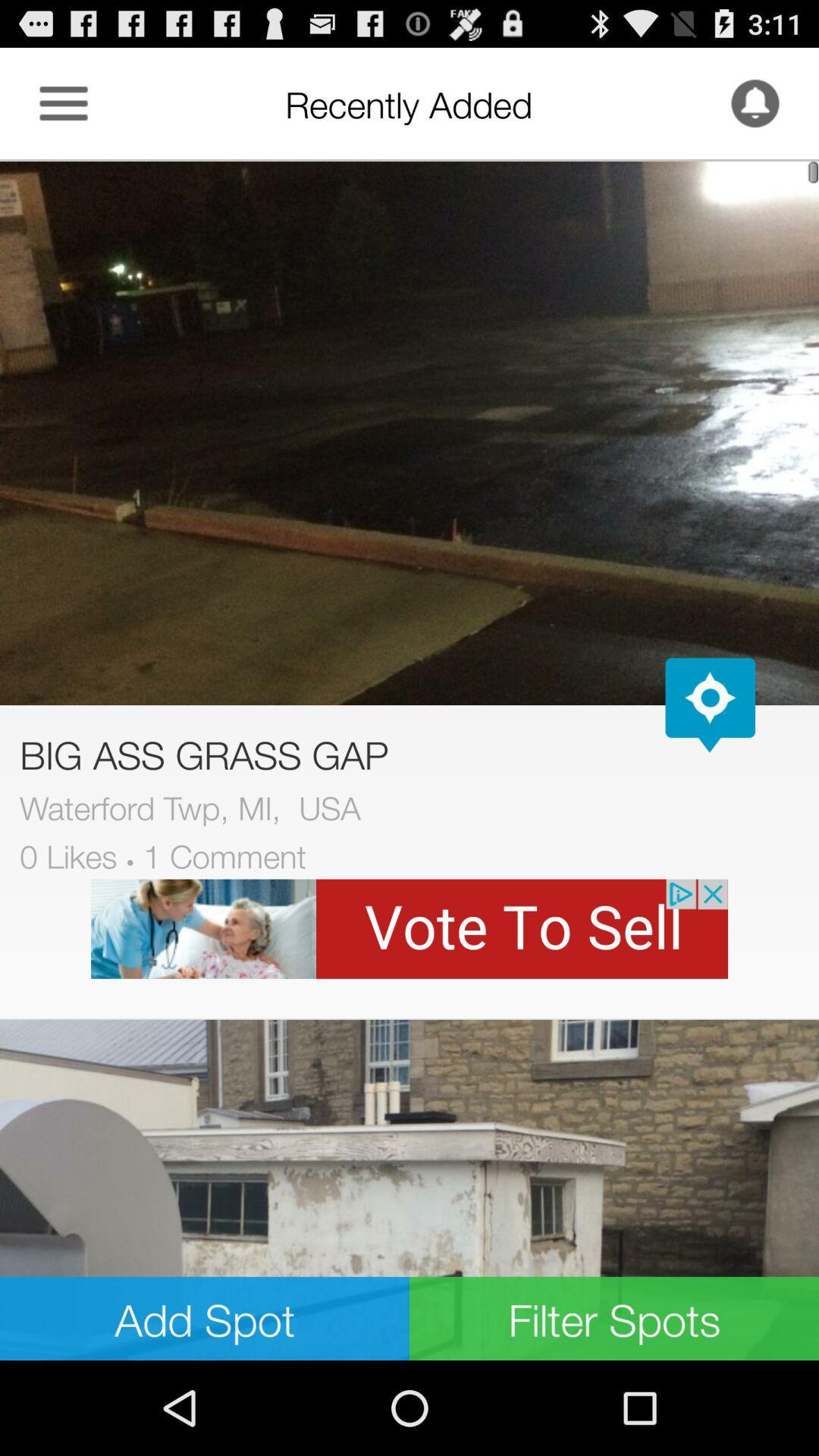 The image size is (819, 1456). What do you see at coordinates (63, 102) in the screenshot?
I see `options` at bounding box center [63, 102].